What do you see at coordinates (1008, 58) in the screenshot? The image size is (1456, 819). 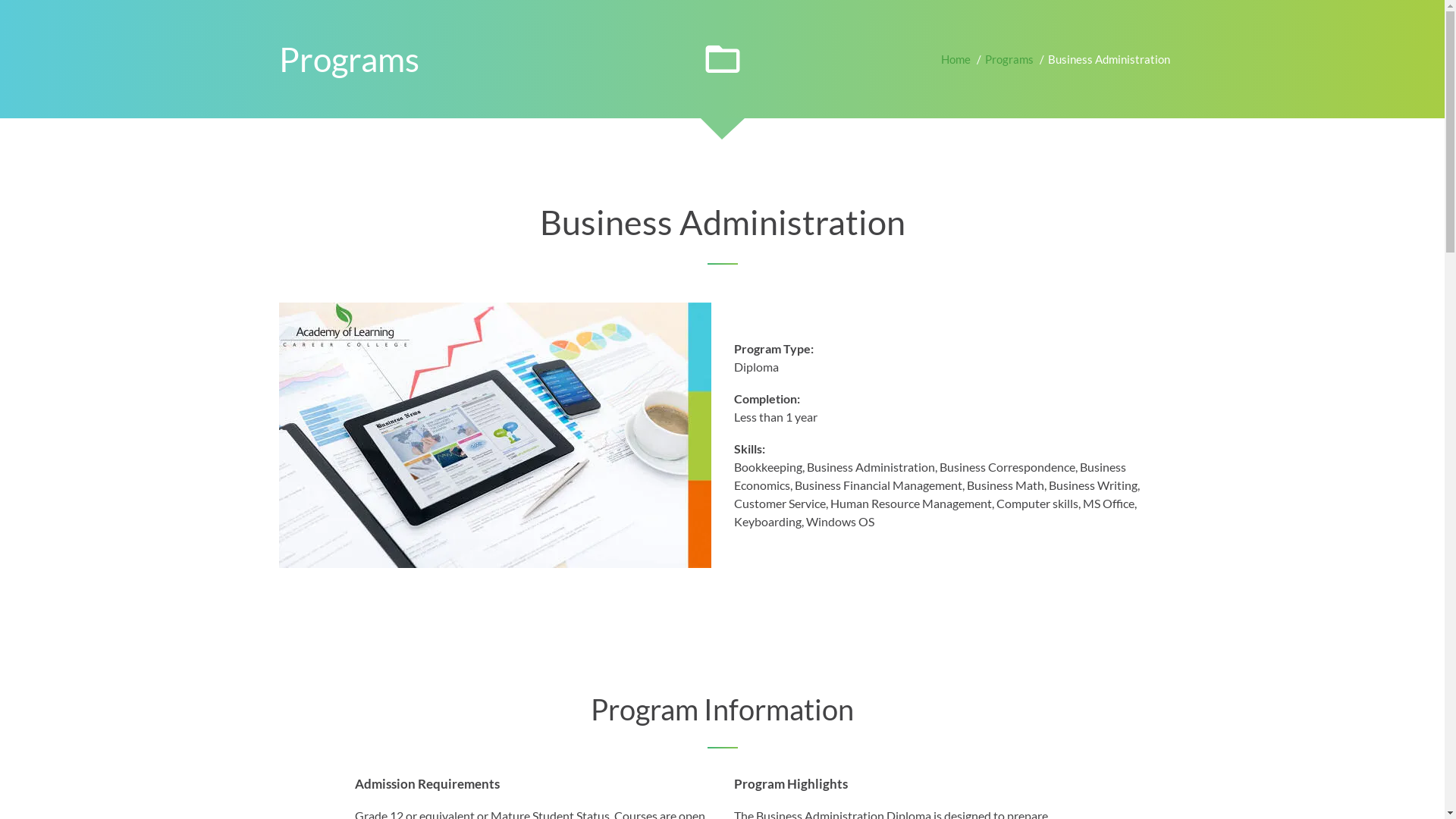 I see `'Programs'` at bounding box center [1008, 58].